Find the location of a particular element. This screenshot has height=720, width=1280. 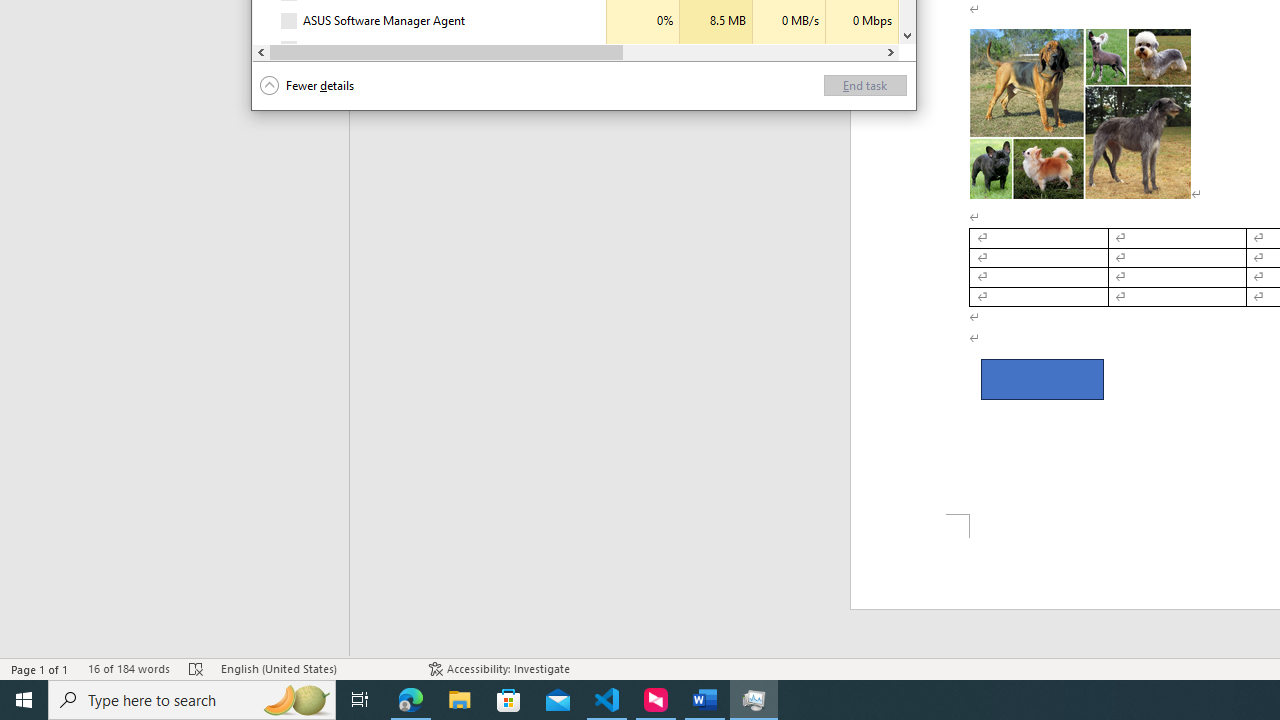

'Page Number Page 1 of 1' is located at coordinates (40, 669).